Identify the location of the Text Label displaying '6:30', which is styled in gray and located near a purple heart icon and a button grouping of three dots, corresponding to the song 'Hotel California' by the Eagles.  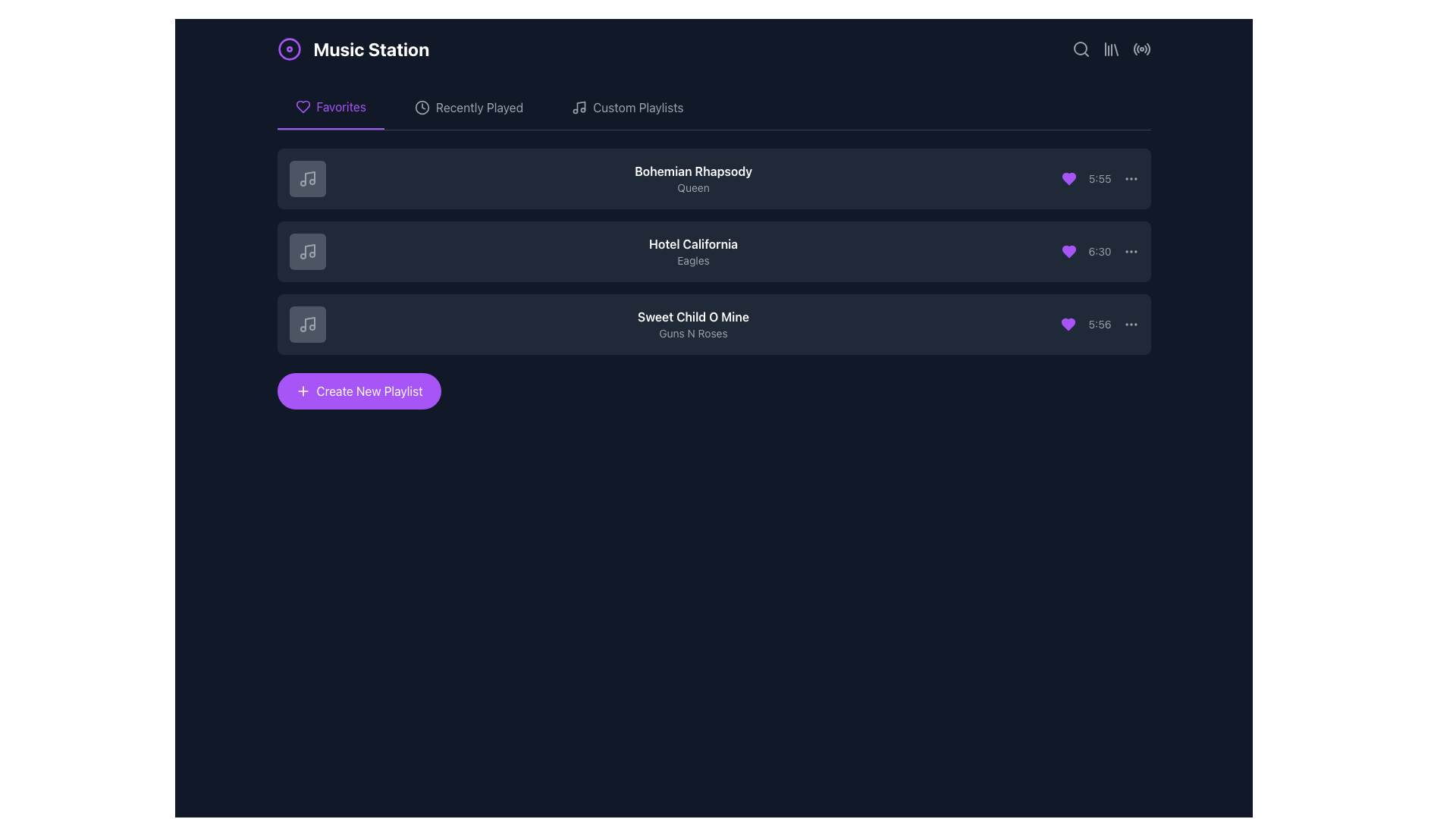
(1100, 250).